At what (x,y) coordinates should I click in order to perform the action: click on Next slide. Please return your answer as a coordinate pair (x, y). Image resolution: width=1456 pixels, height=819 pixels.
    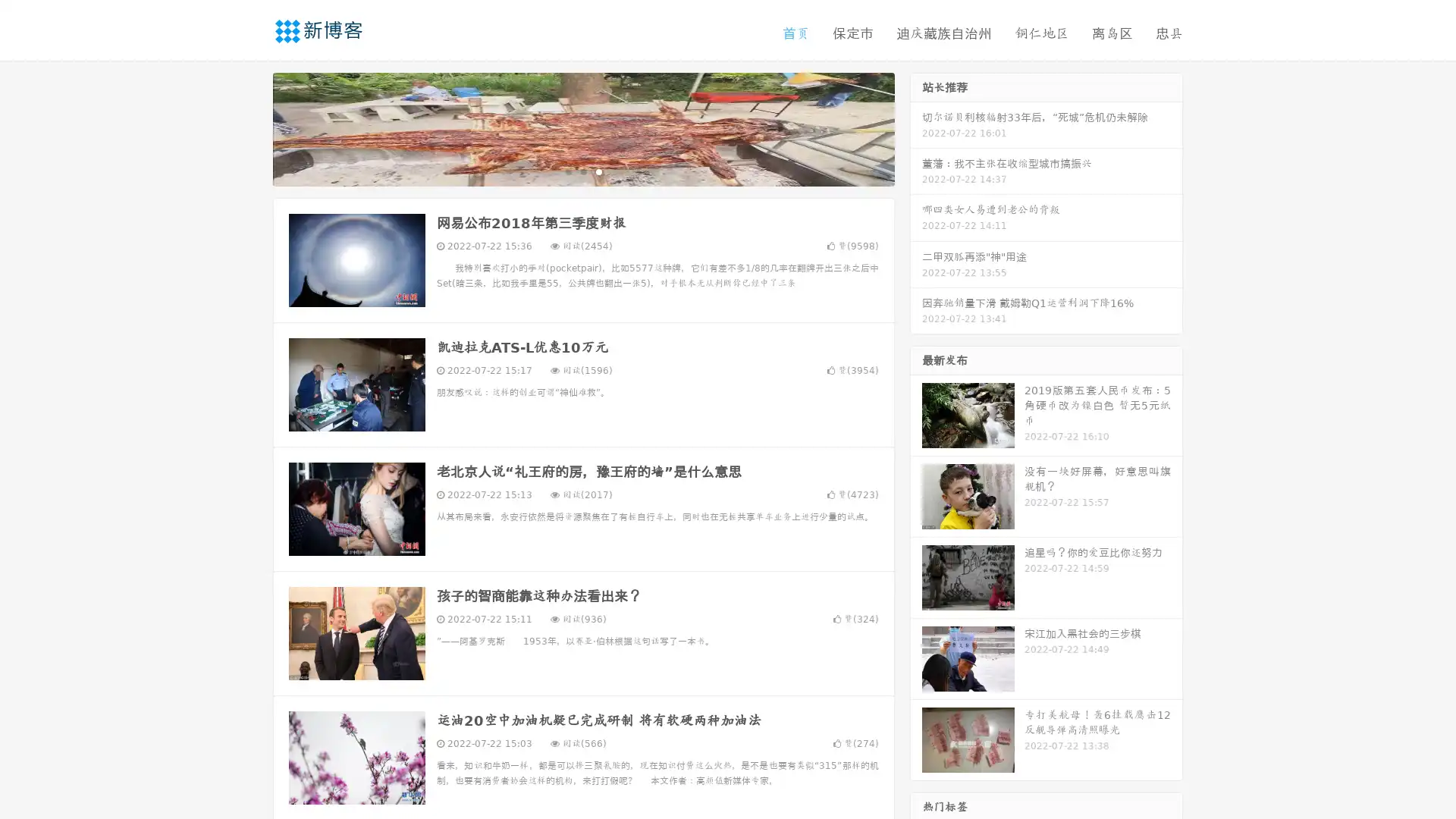
    Looking at the image, I should click on (916, 127).